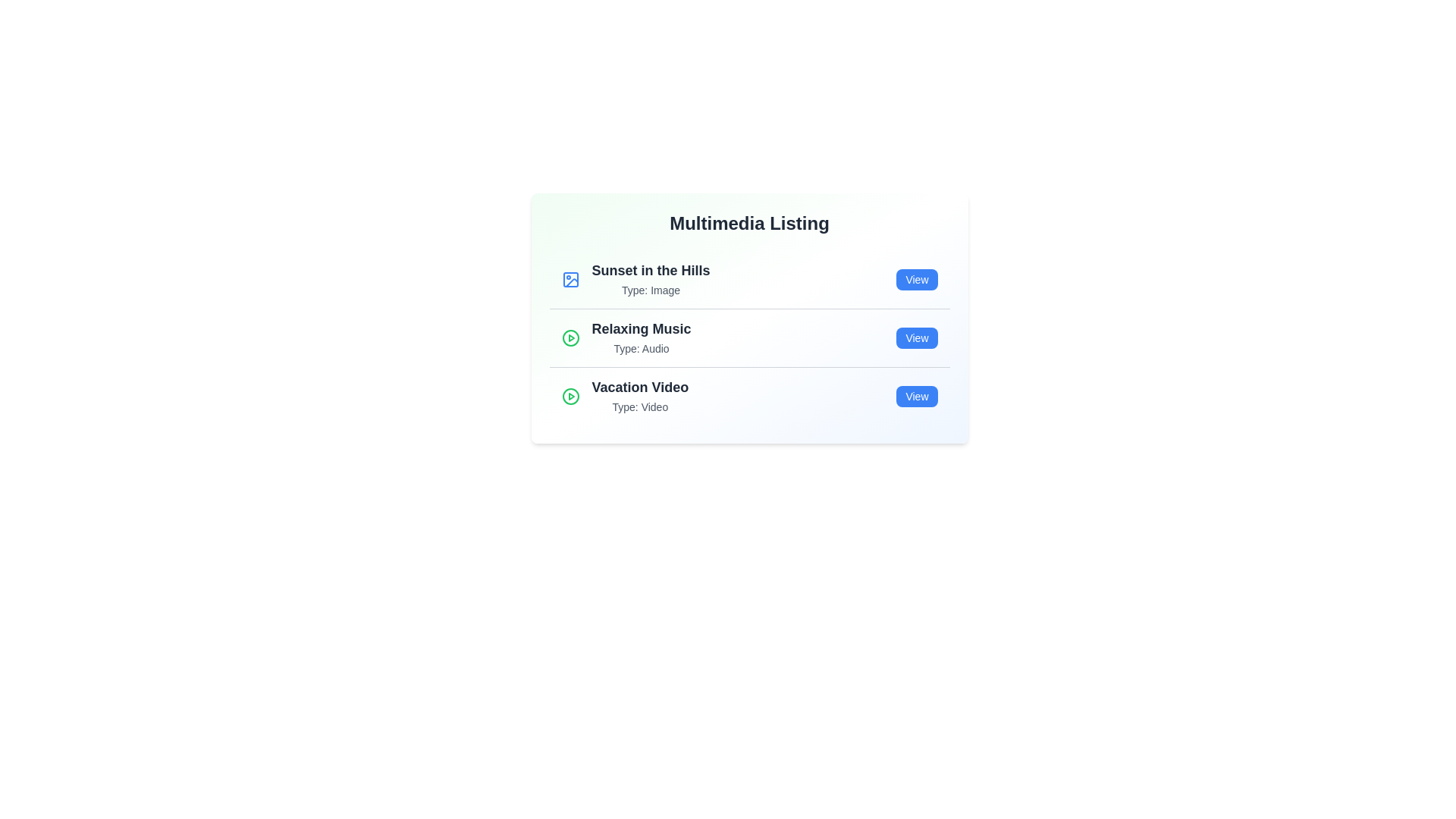  Describe the element at coordinates (749, 337) in the screenshot. I see `the list item corresponding to Relaxing Music` at that location.